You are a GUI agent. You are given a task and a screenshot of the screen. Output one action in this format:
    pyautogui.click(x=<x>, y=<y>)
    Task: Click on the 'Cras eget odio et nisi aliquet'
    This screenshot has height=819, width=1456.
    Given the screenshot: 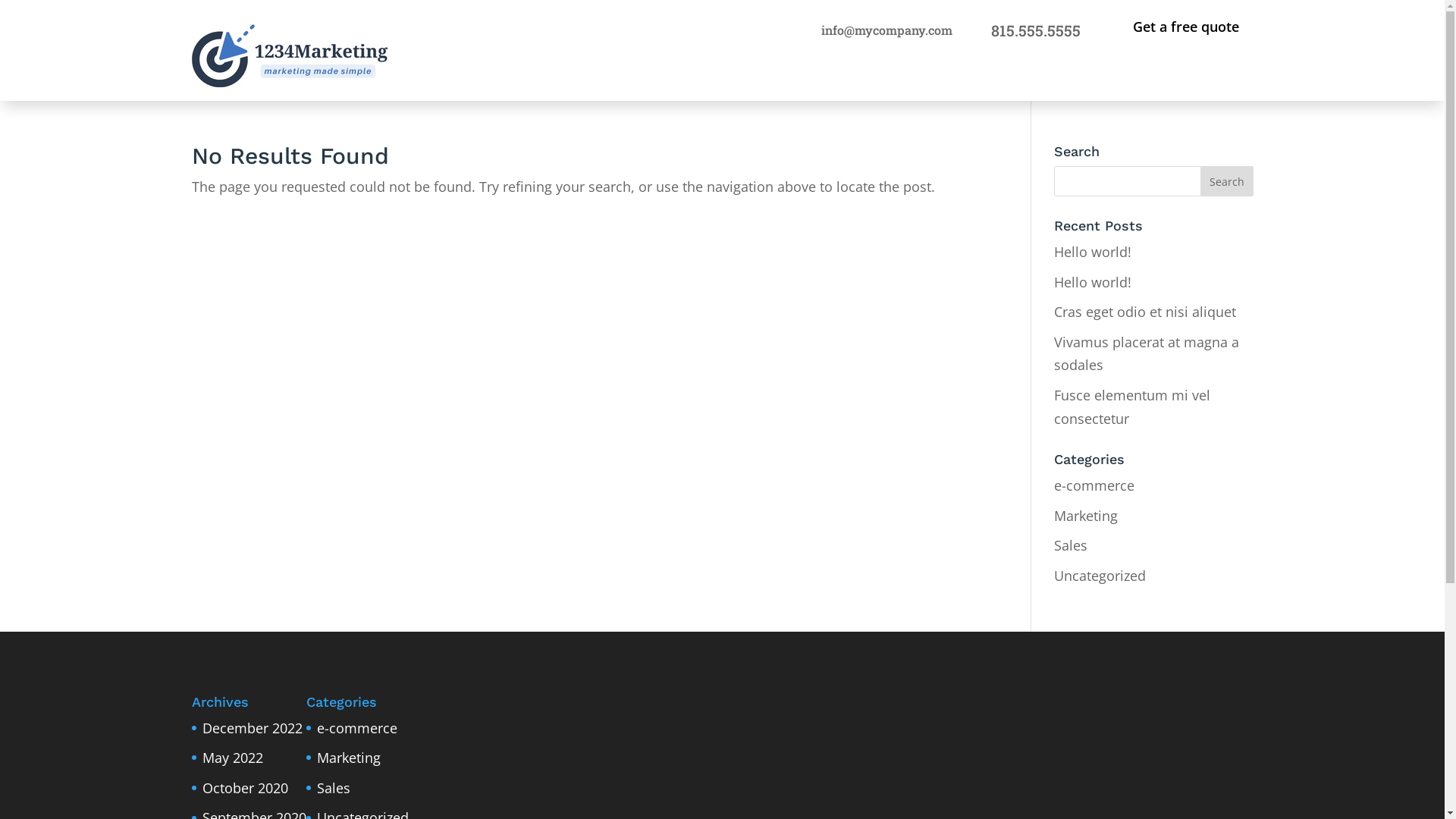 What is the action you would take?
    pyautogui.click(x=1145, y=311)
    